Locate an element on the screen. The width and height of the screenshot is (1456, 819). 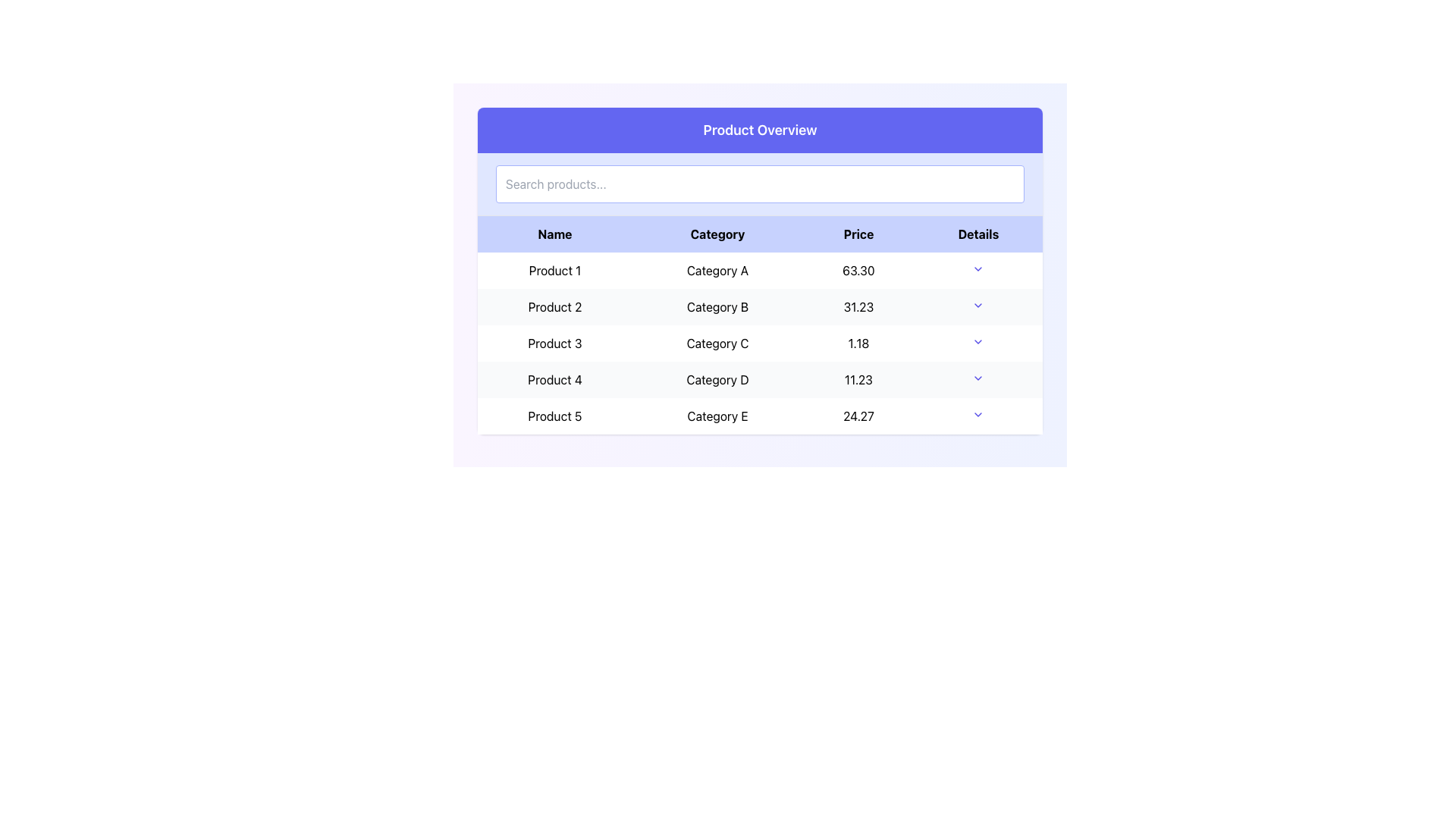
the downward-pointing triangle icon in the 'Details' column of the table row for 'Product 4' is located at coordinates (978, 379).